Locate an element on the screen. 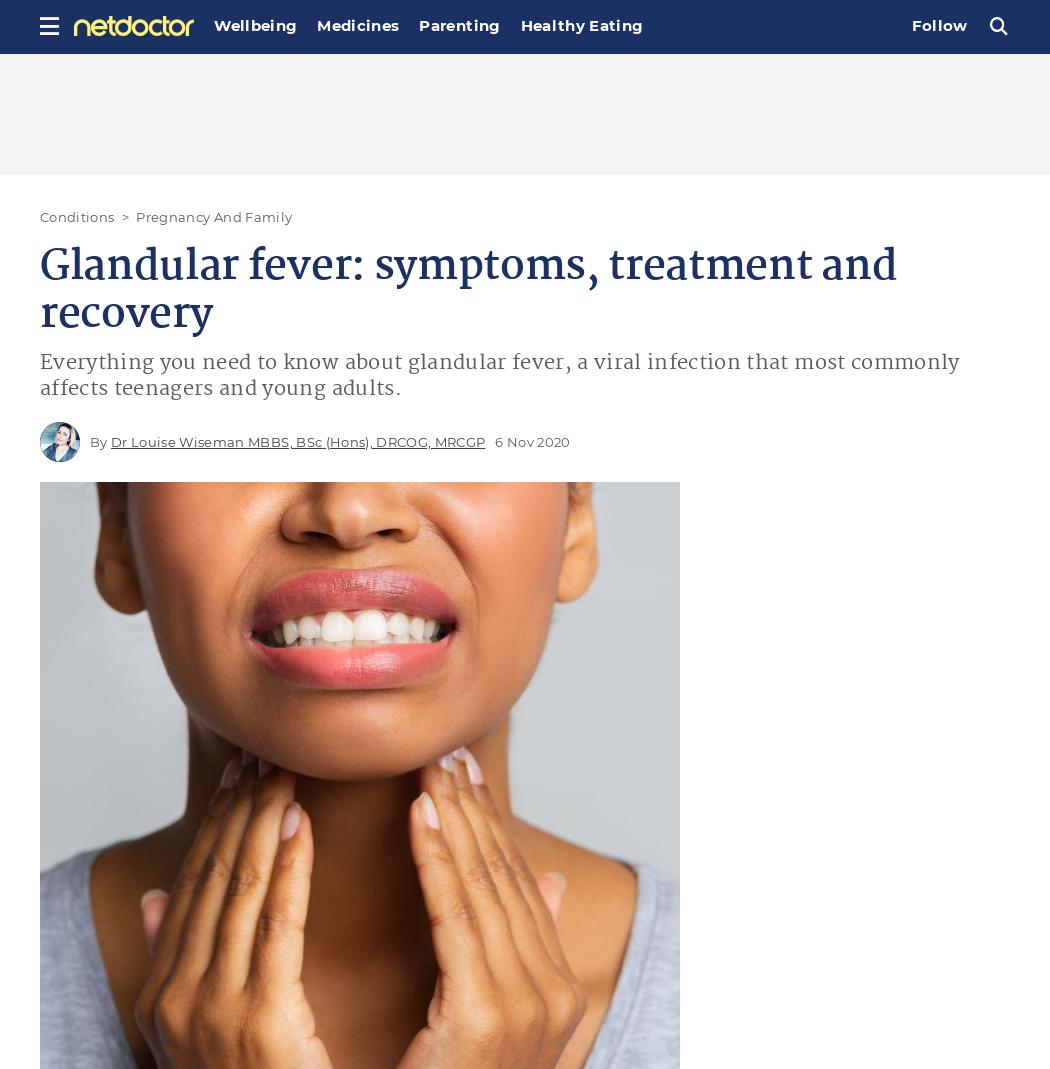 The height and width of the screenshot is (1069, 1050). 'Glandular fever: symptoms, treatment and recovery' is located at coordinates (468, 290).